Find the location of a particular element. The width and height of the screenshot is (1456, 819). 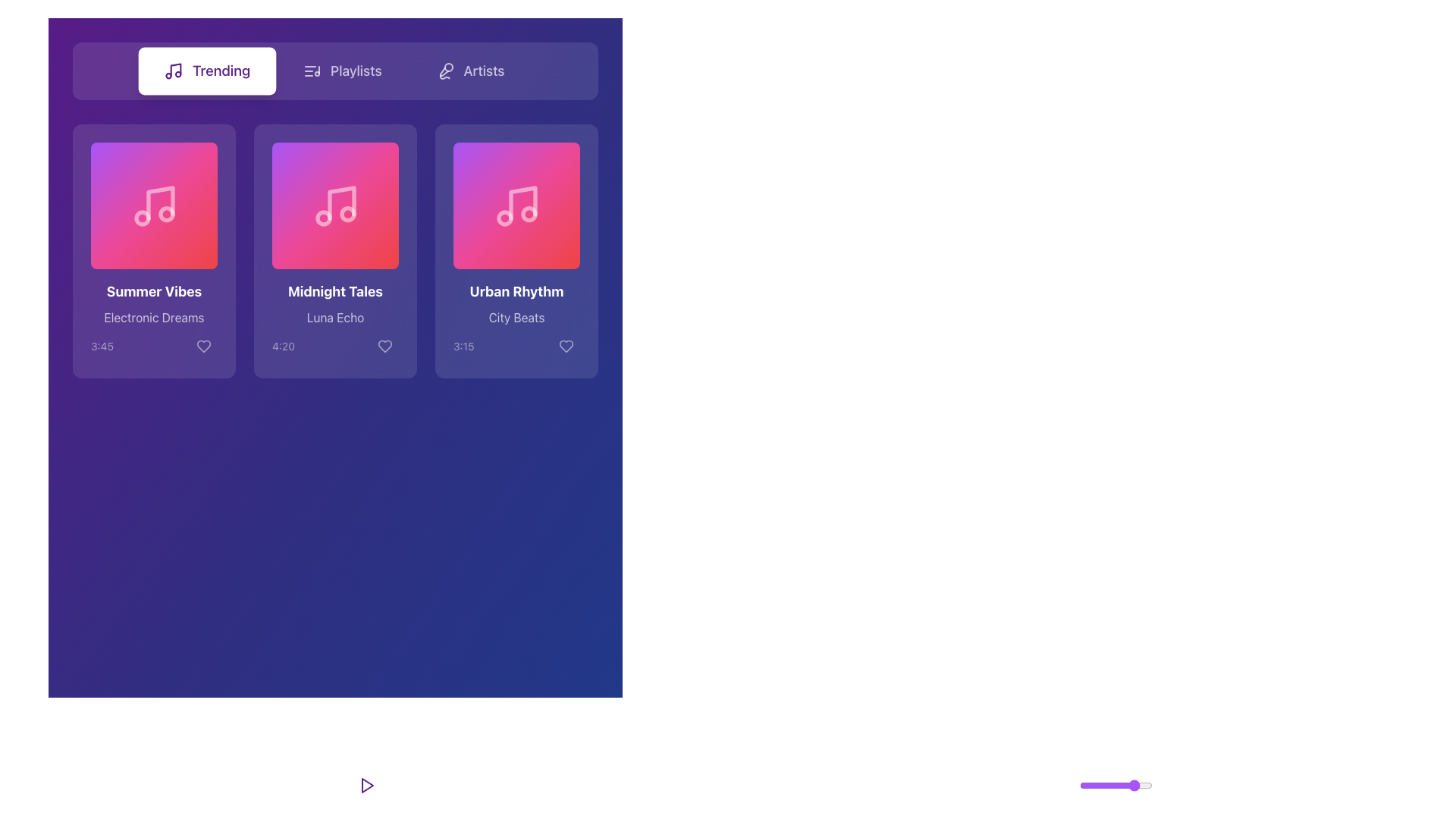

the music playlist icon located in the 'Playlists' section of the navigation bar, positioned to the left of the 'Playlists' label is located at coordinates (312, 71).